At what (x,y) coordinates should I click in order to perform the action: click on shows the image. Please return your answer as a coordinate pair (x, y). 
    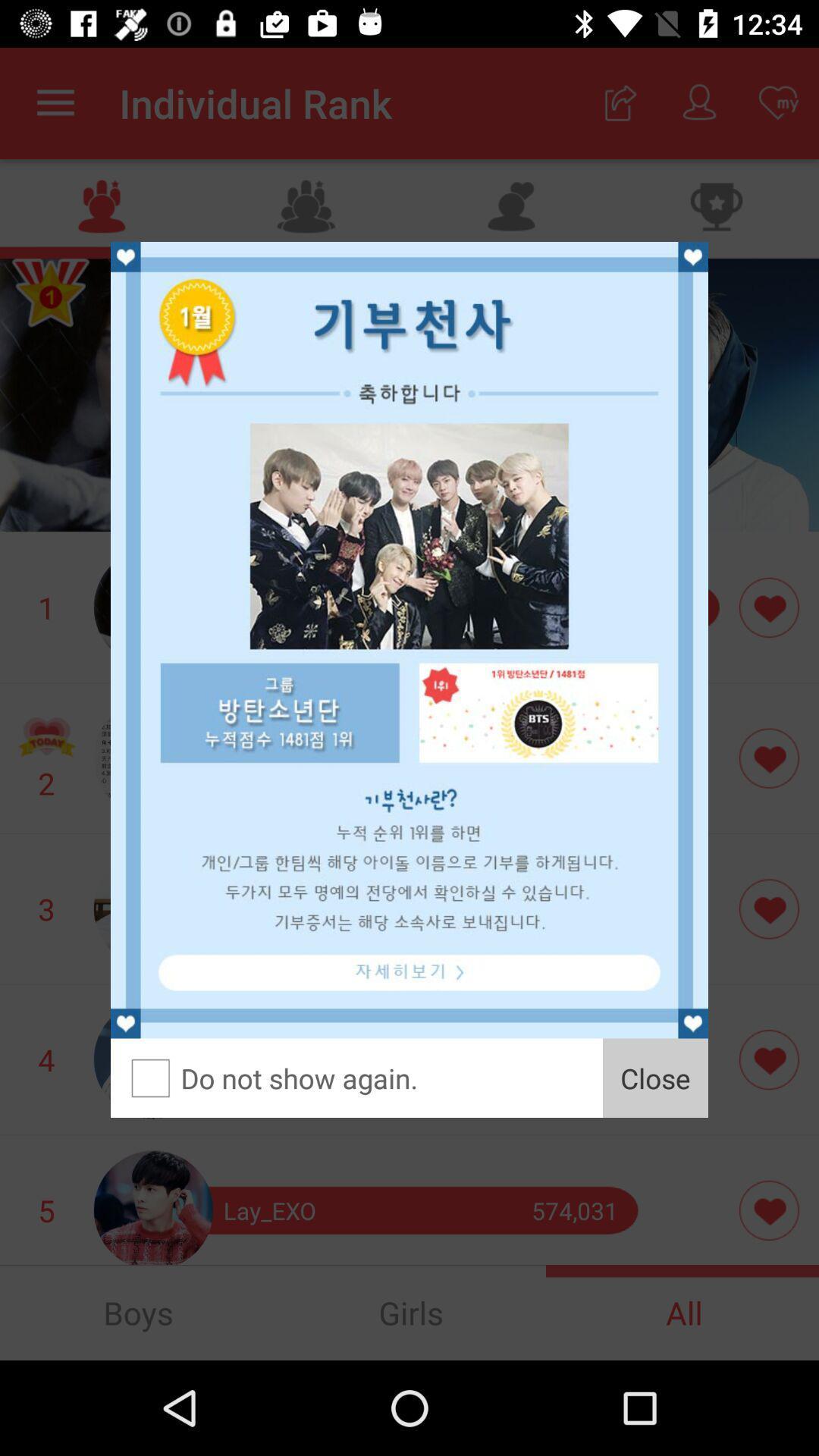
    Looking at the image, I should click on (409, 640).